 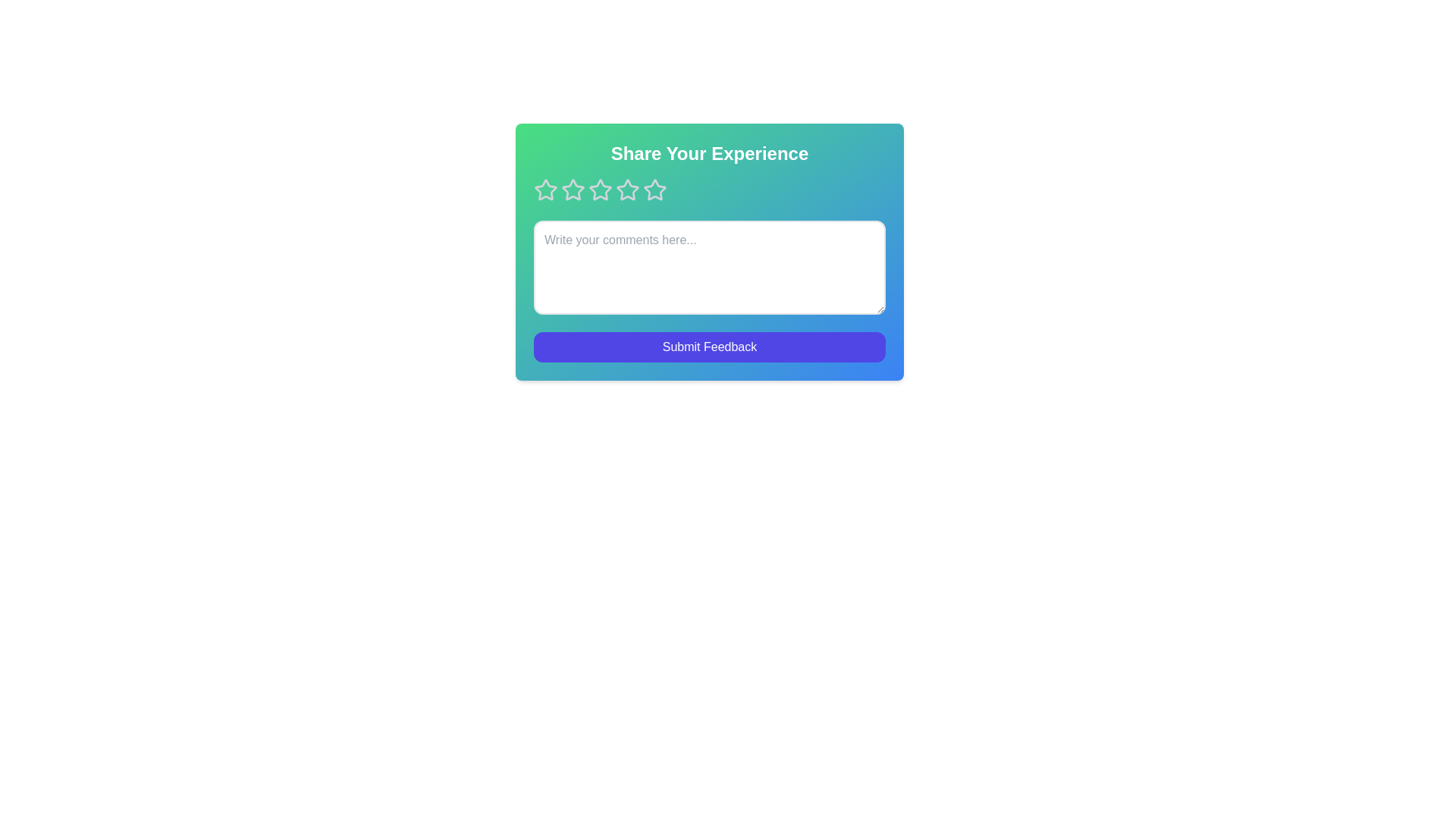 What do you see at coordinates (572, 189) in the screenshot?
I see `the star corresponding to 2 stars to preview the rating` at bounding box center [572, 189].